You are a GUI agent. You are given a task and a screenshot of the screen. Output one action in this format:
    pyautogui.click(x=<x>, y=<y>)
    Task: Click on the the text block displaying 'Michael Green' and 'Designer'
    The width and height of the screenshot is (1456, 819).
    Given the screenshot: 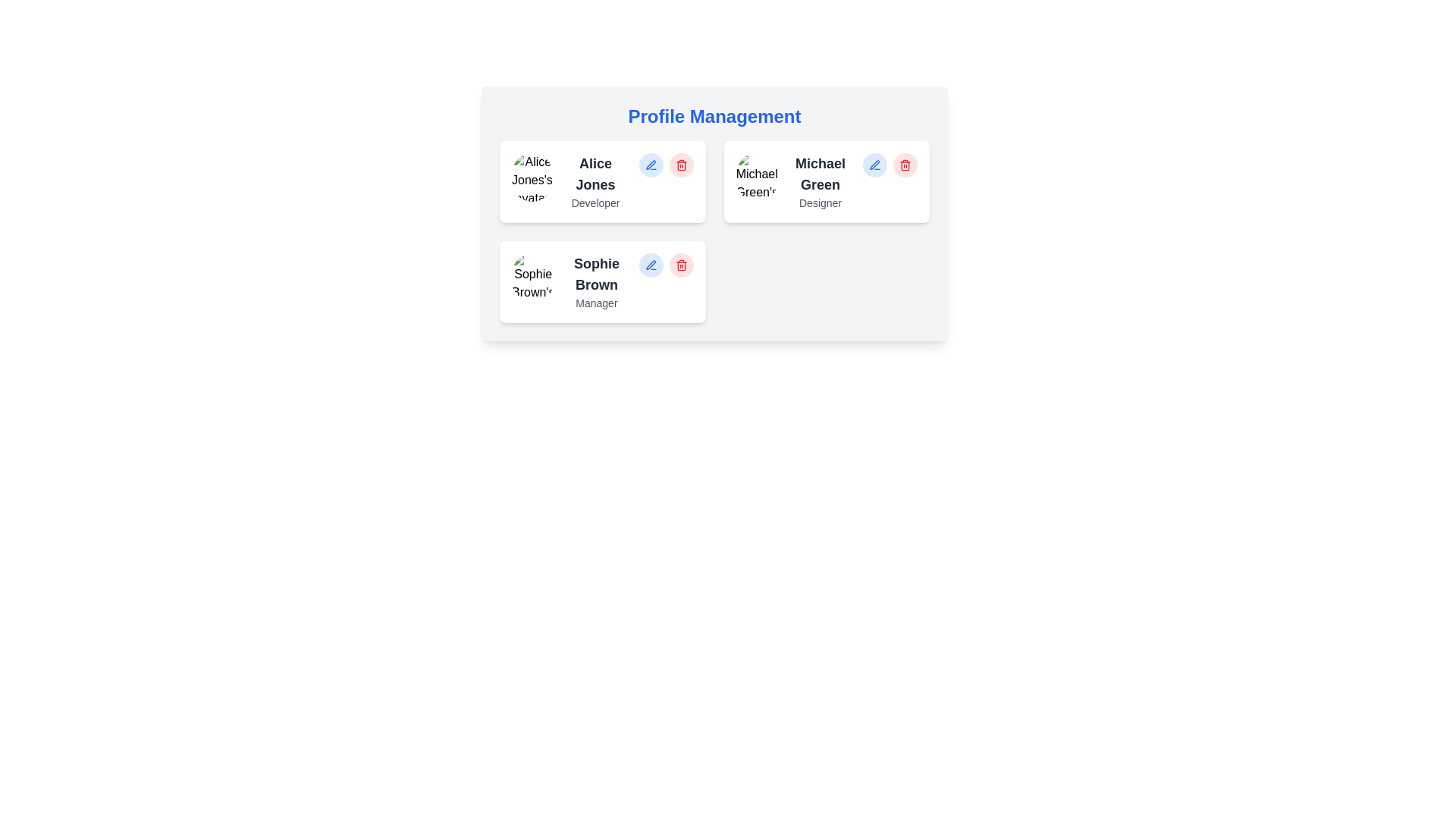 What is the action you would take?
    pyautogui.click(x=820, y=180)
    